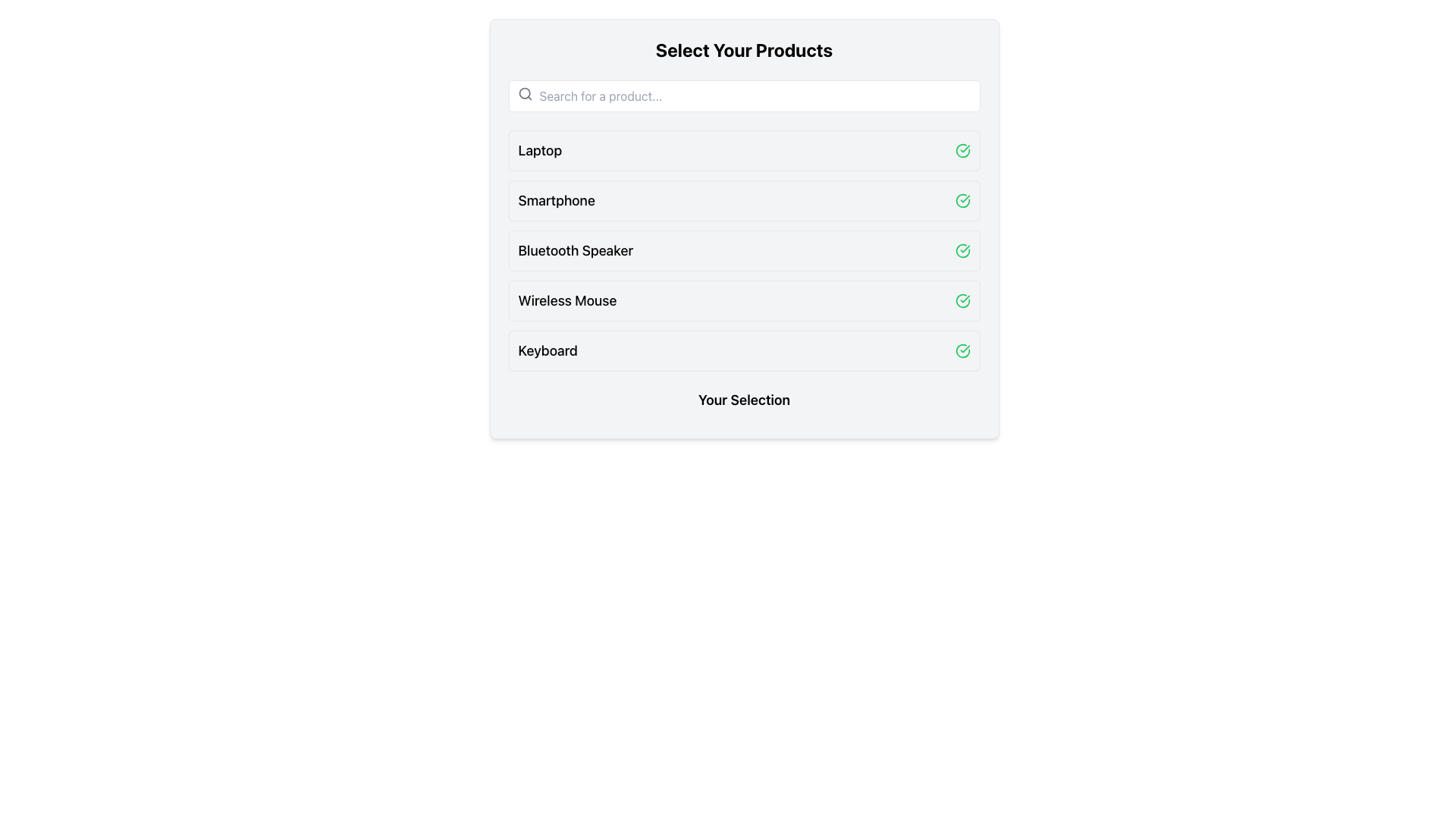 The height and width of the screenshot is (819, 1456). Describe the element at coordinates (962, 200) in the screenshot. I see `the selection indicator icon located at the far right of the 'Smartphone' row` at that location.